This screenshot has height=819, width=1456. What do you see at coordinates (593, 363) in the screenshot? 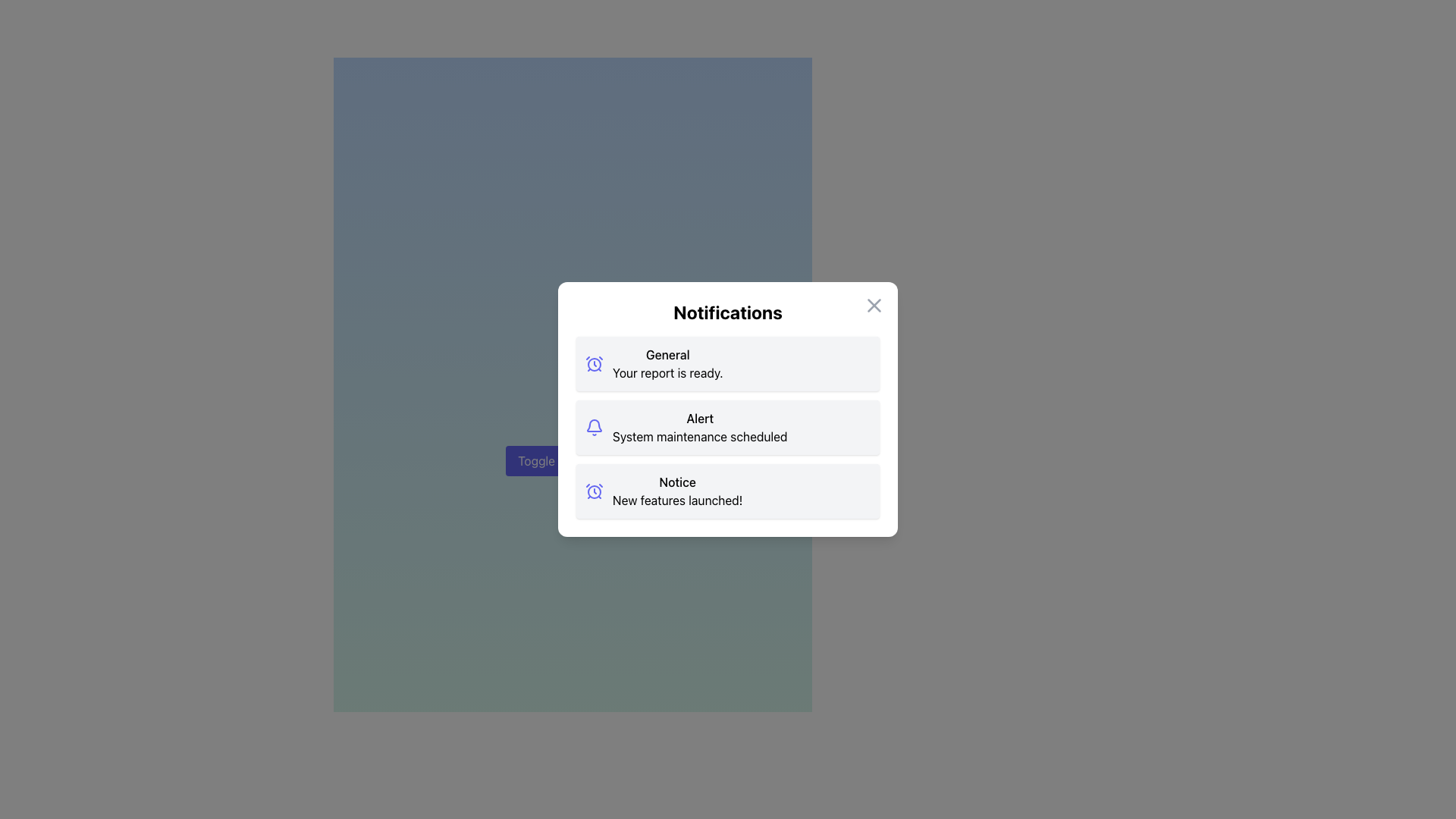
I see `the circular alarm clock icon with an indigo stroke outline, positioned to the left of the 'General' notification text and above 'Your report is ready.'` at bounding box center [593, 363].